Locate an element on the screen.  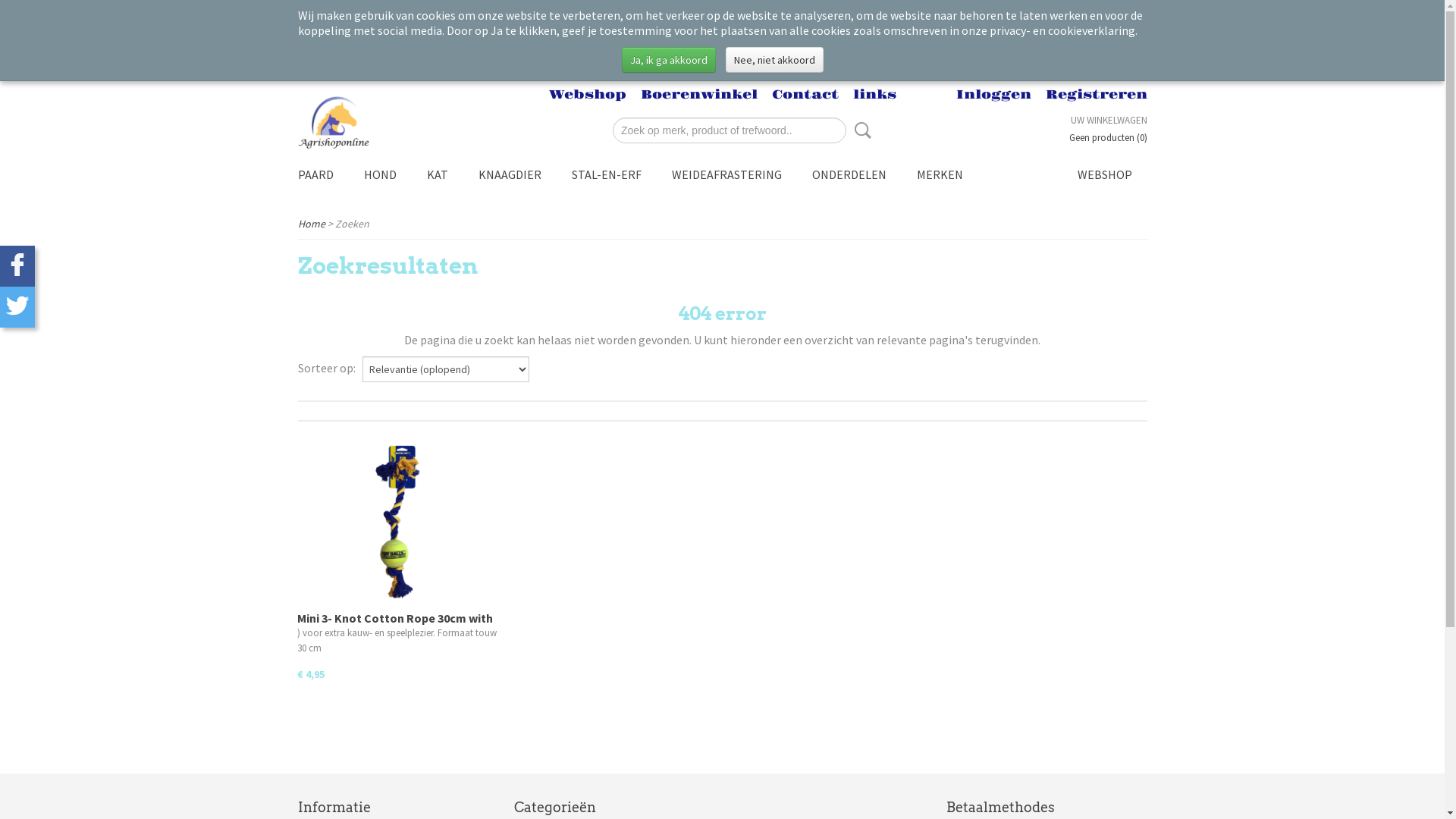
'Registreren' is located at coordinates (1043, 94).